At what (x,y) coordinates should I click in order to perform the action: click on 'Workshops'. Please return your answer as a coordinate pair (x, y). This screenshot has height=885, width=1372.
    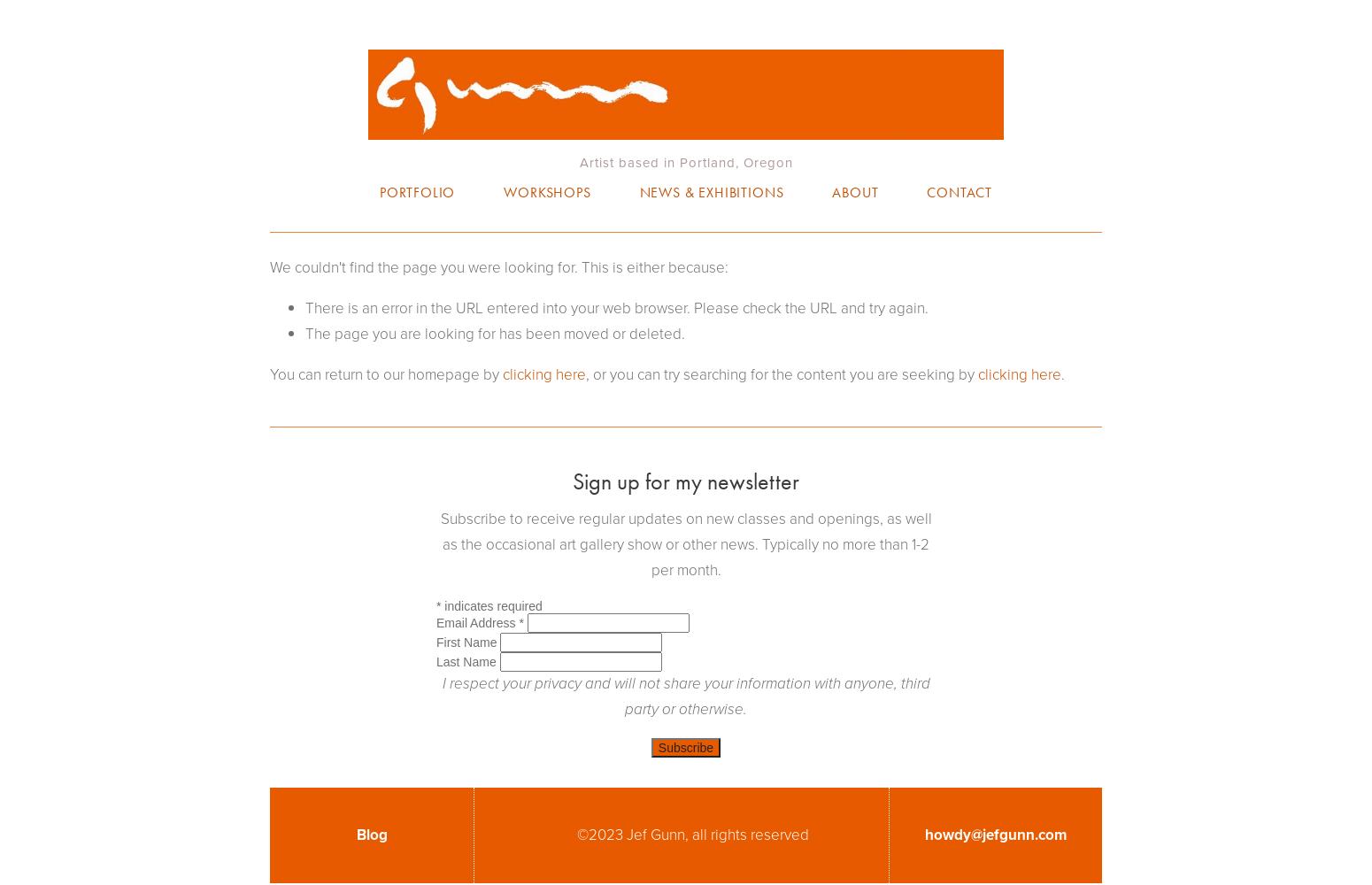
    Looking at the image, I should click on (504, 191).